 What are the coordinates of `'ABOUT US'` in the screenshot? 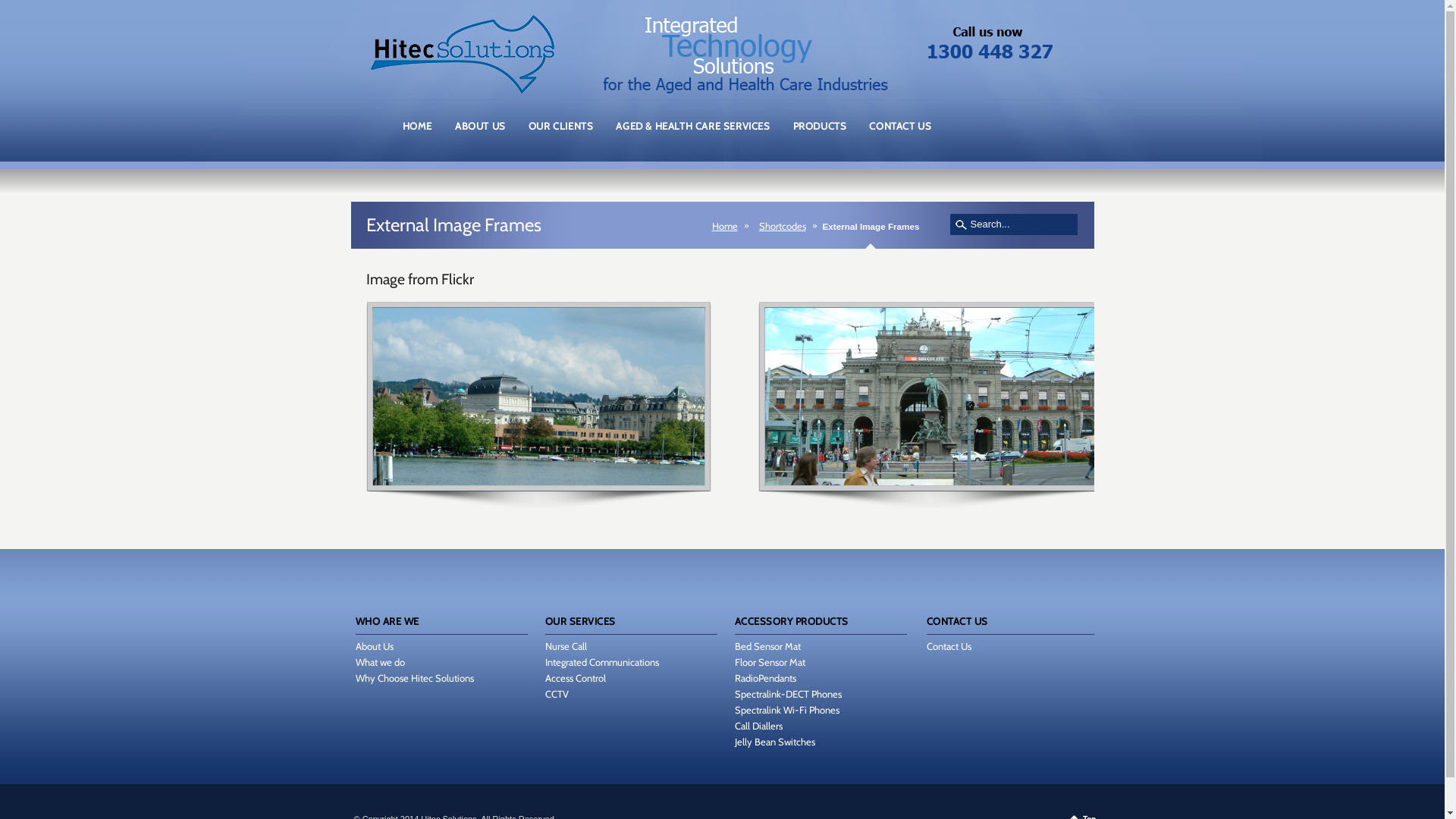 It's located at (454, 133).